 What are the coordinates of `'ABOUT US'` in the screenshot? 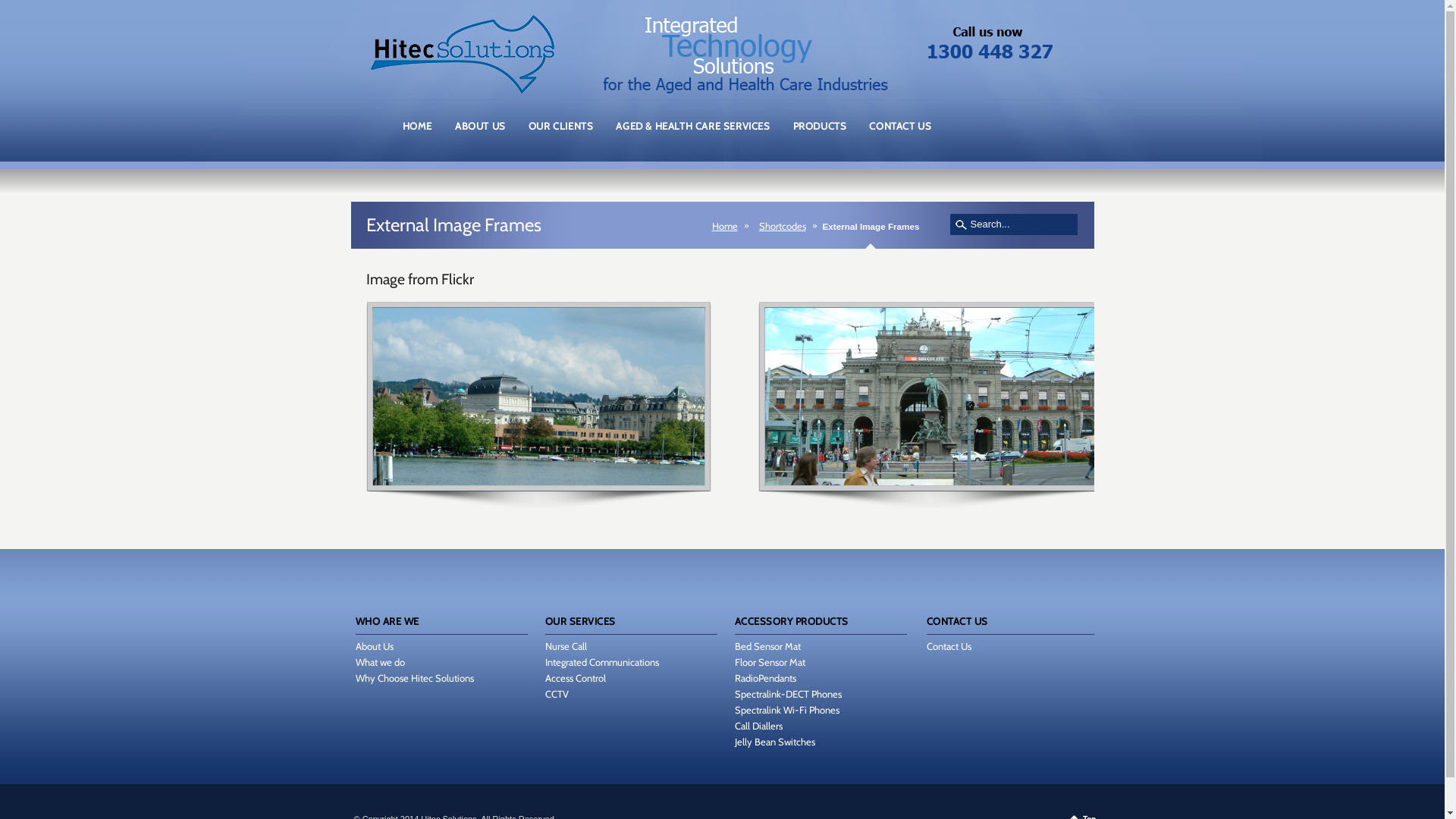 It's located at (454, 133).